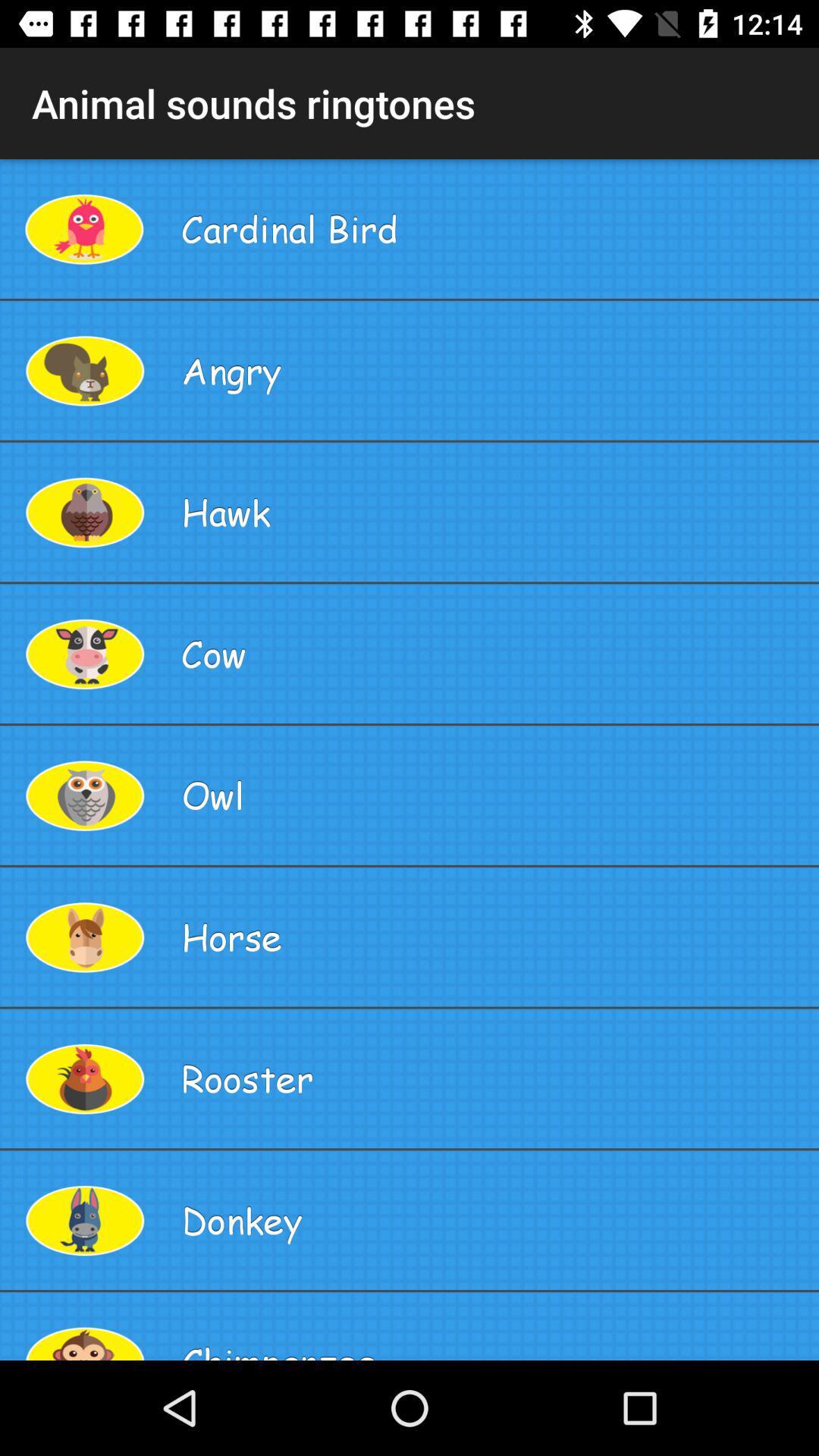 Image resolution: width=819 pixels, height=1456 pixels. I want to click on the cow app, so click(494, 654).